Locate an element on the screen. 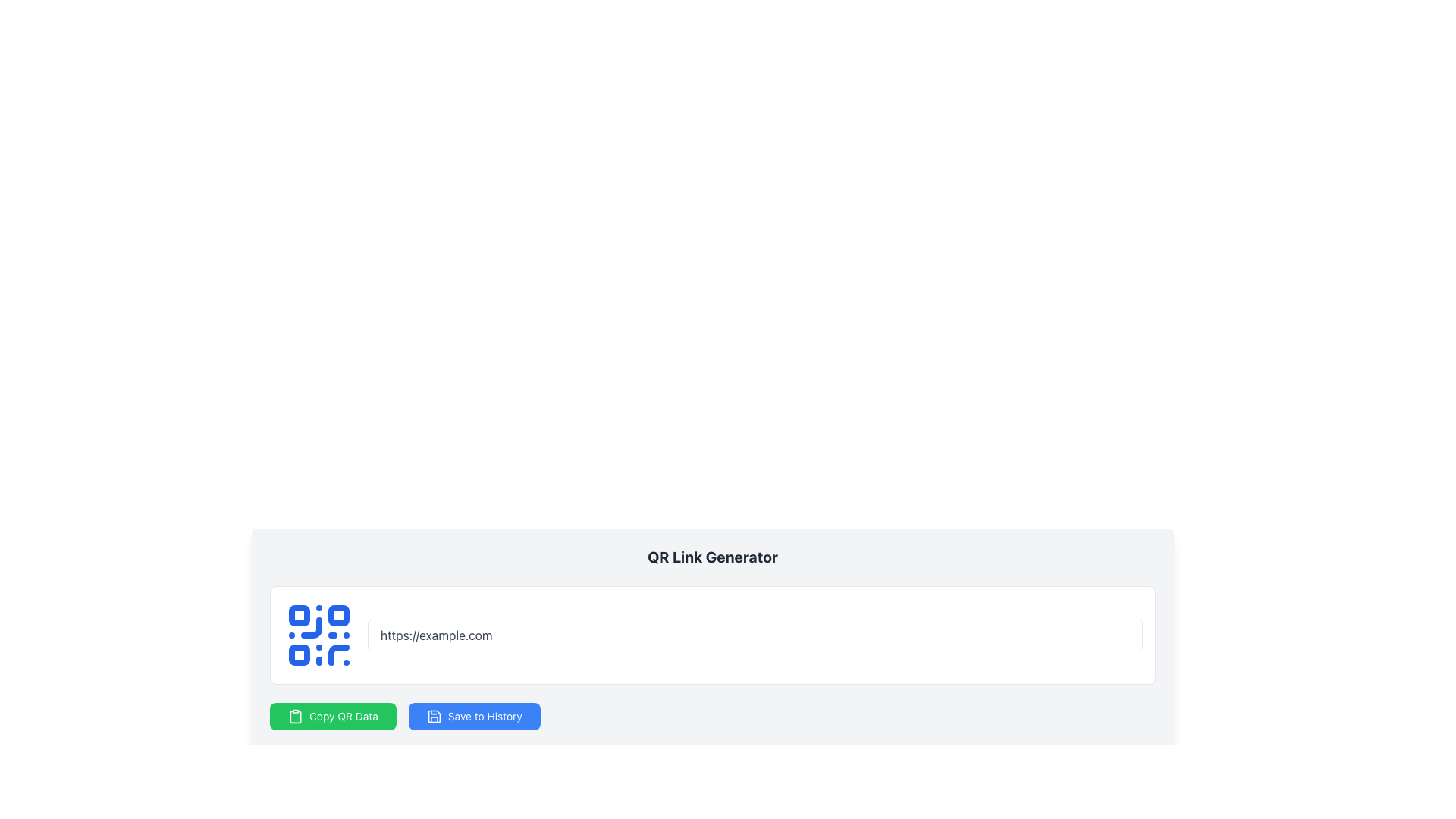 The image size is (1456, 819). the blue save action icon with rounded edges located to the left of the 'Save to History' button is located at coordinates (433, 717).